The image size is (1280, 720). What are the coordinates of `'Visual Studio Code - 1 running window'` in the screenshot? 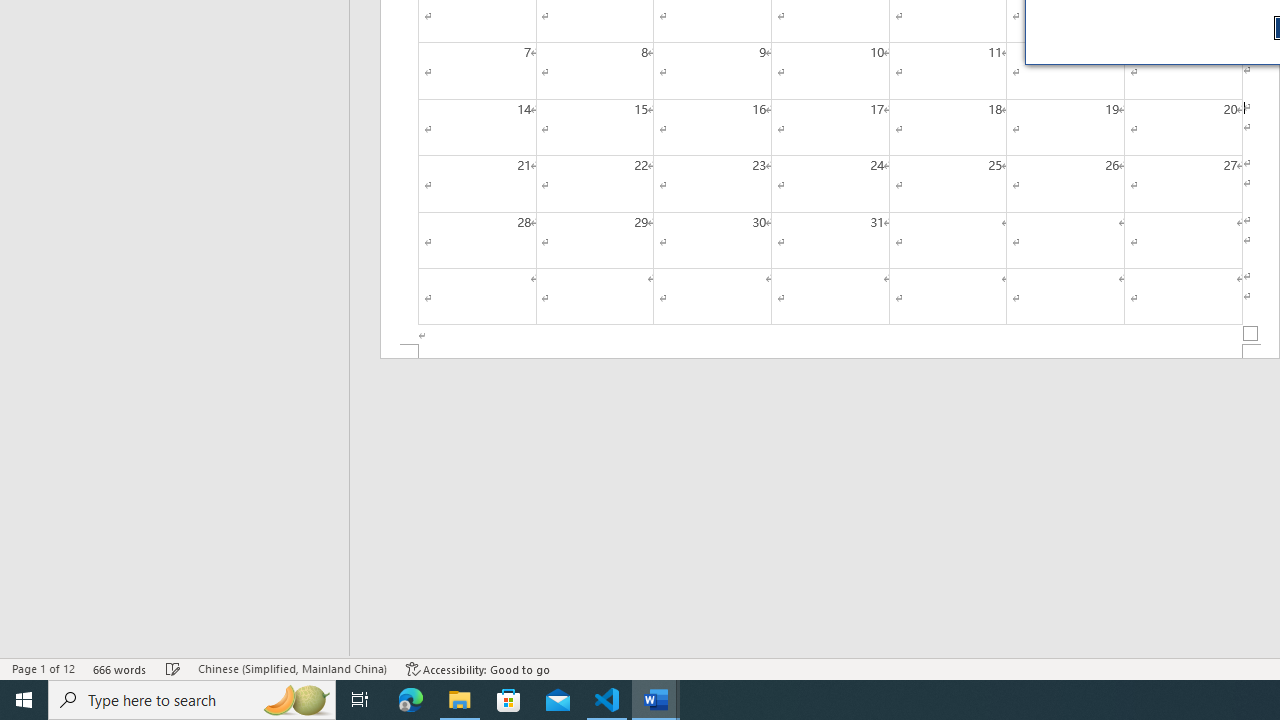 It's located at (606, 698).